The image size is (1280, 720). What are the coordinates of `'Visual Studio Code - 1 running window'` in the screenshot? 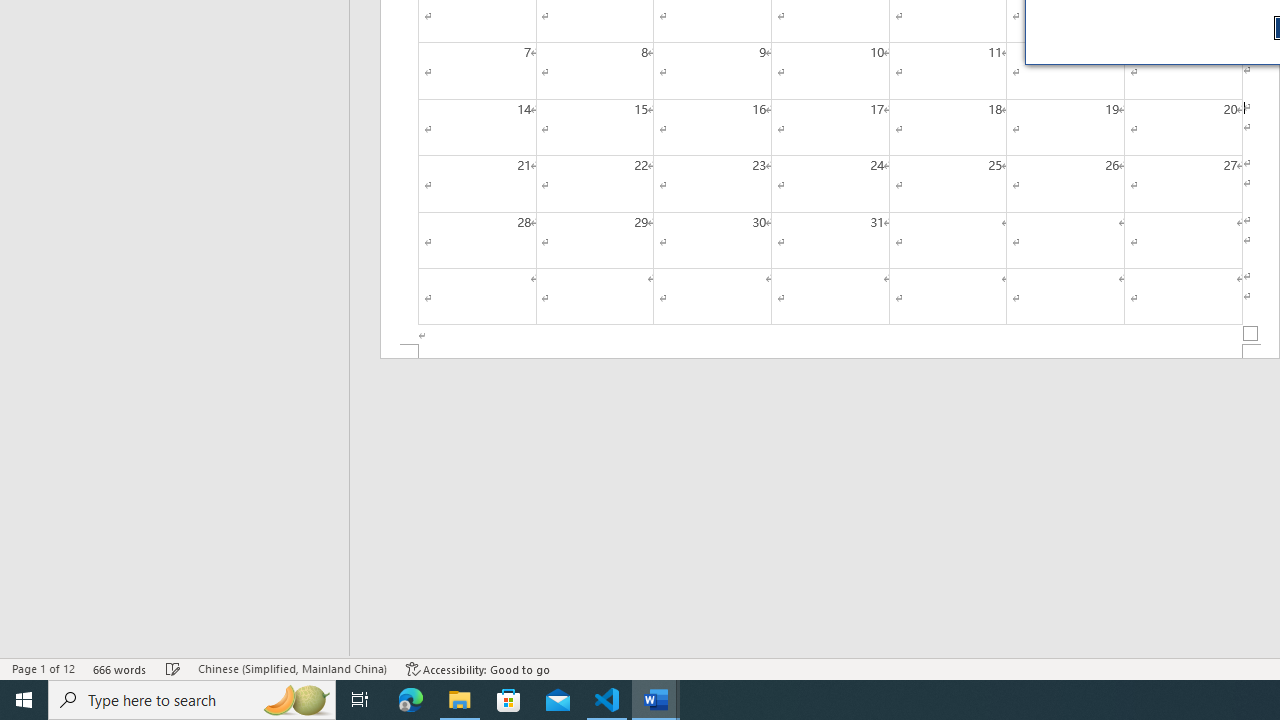 It's located at (606, 698).